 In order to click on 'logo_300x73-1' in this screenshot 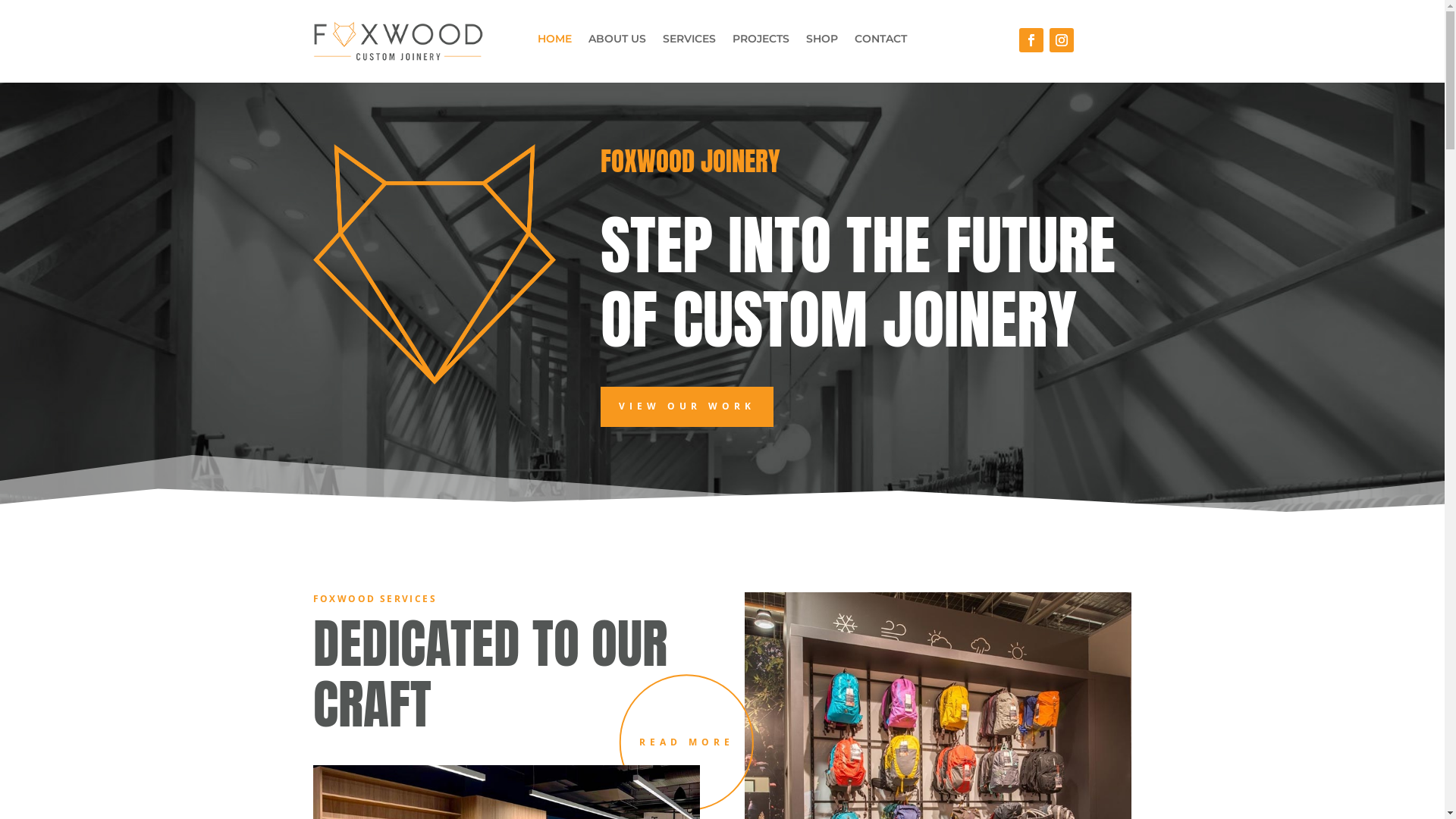, I will do `click(397, 40)`.